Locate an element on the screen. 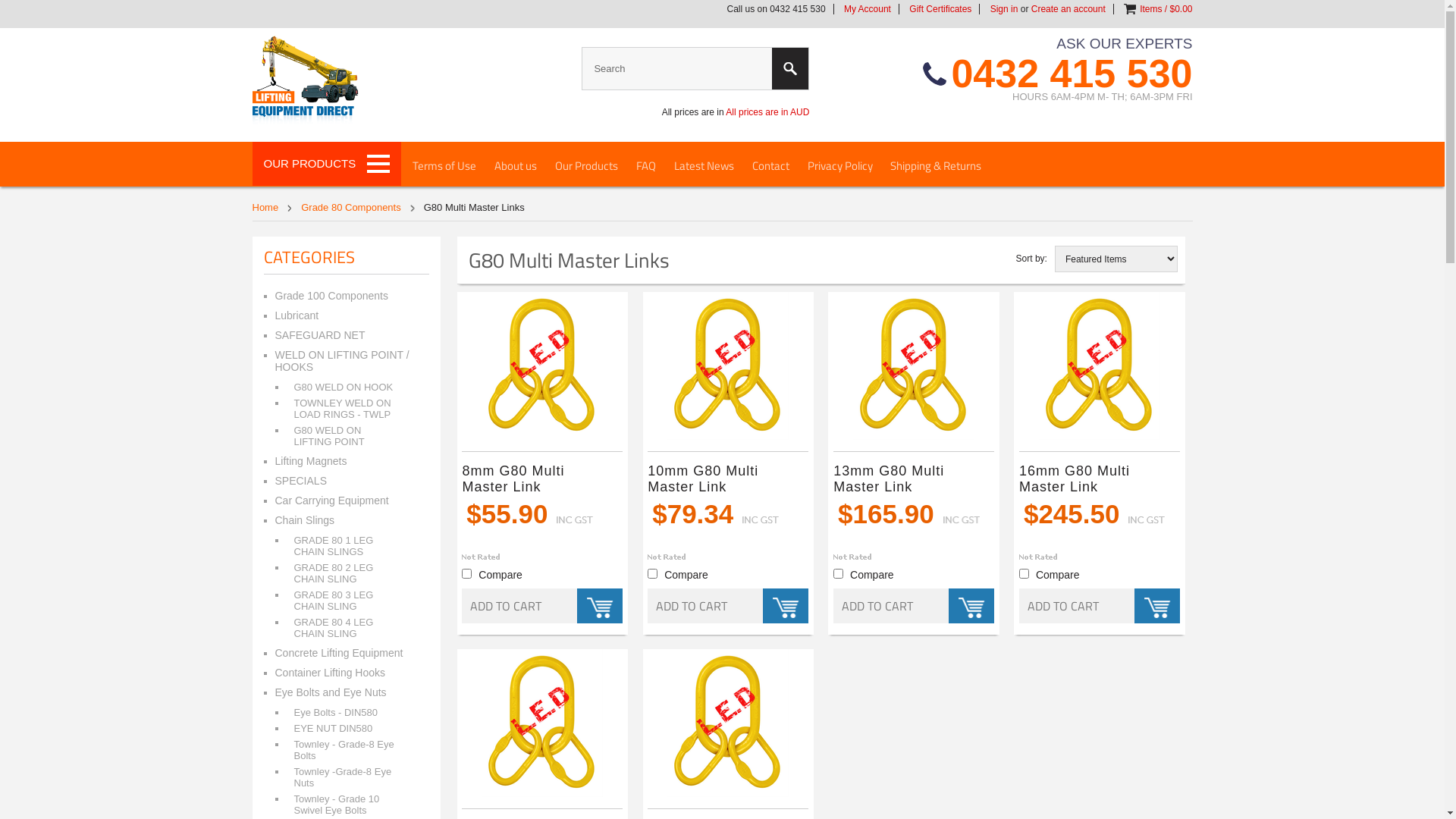 The height and width of the screenshot is (819, 1456). 'SPECIALS' is located at coordinates (343, 480).